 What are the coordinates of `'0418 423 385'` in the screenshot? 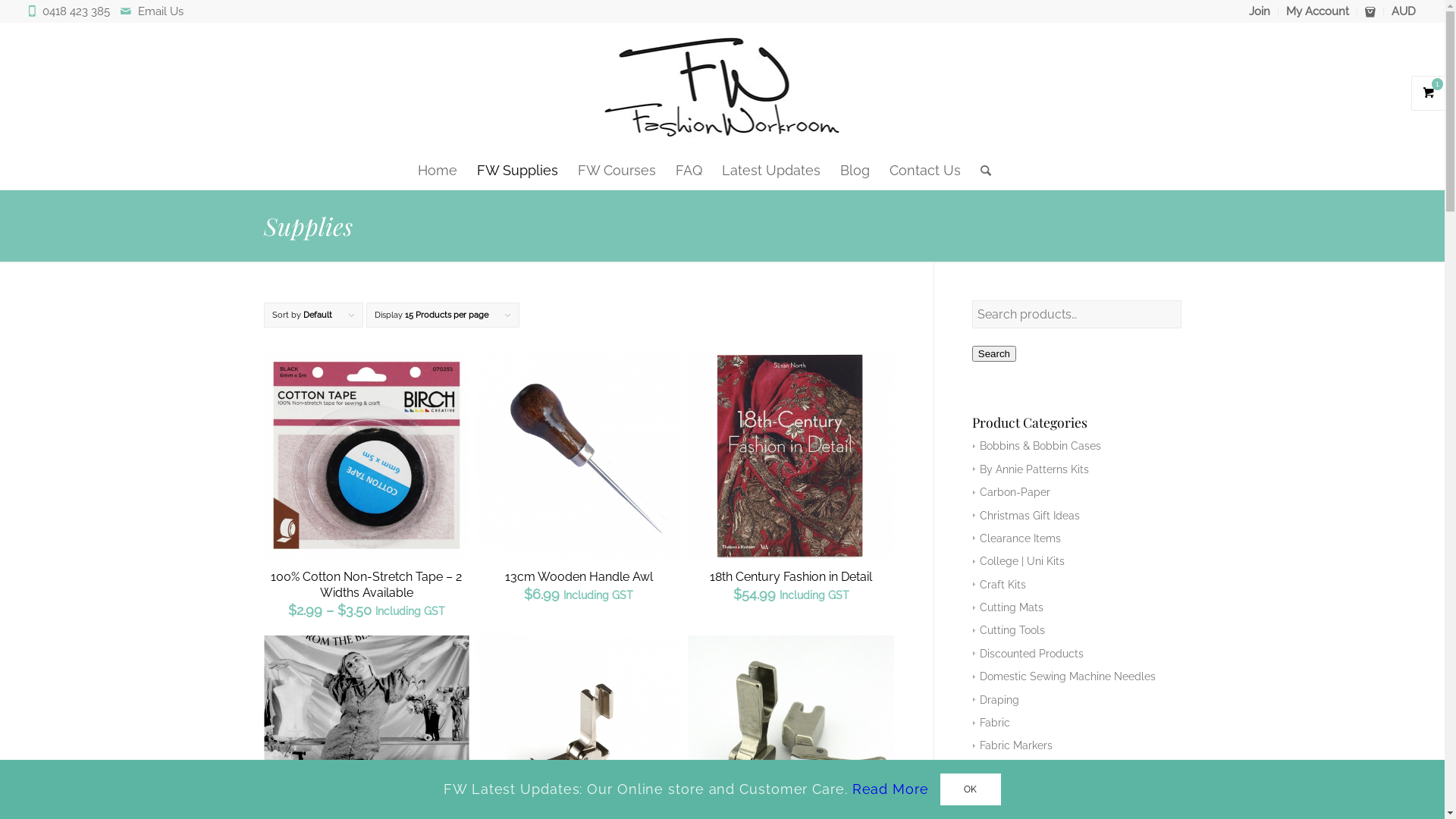 It's located at (79, 11).